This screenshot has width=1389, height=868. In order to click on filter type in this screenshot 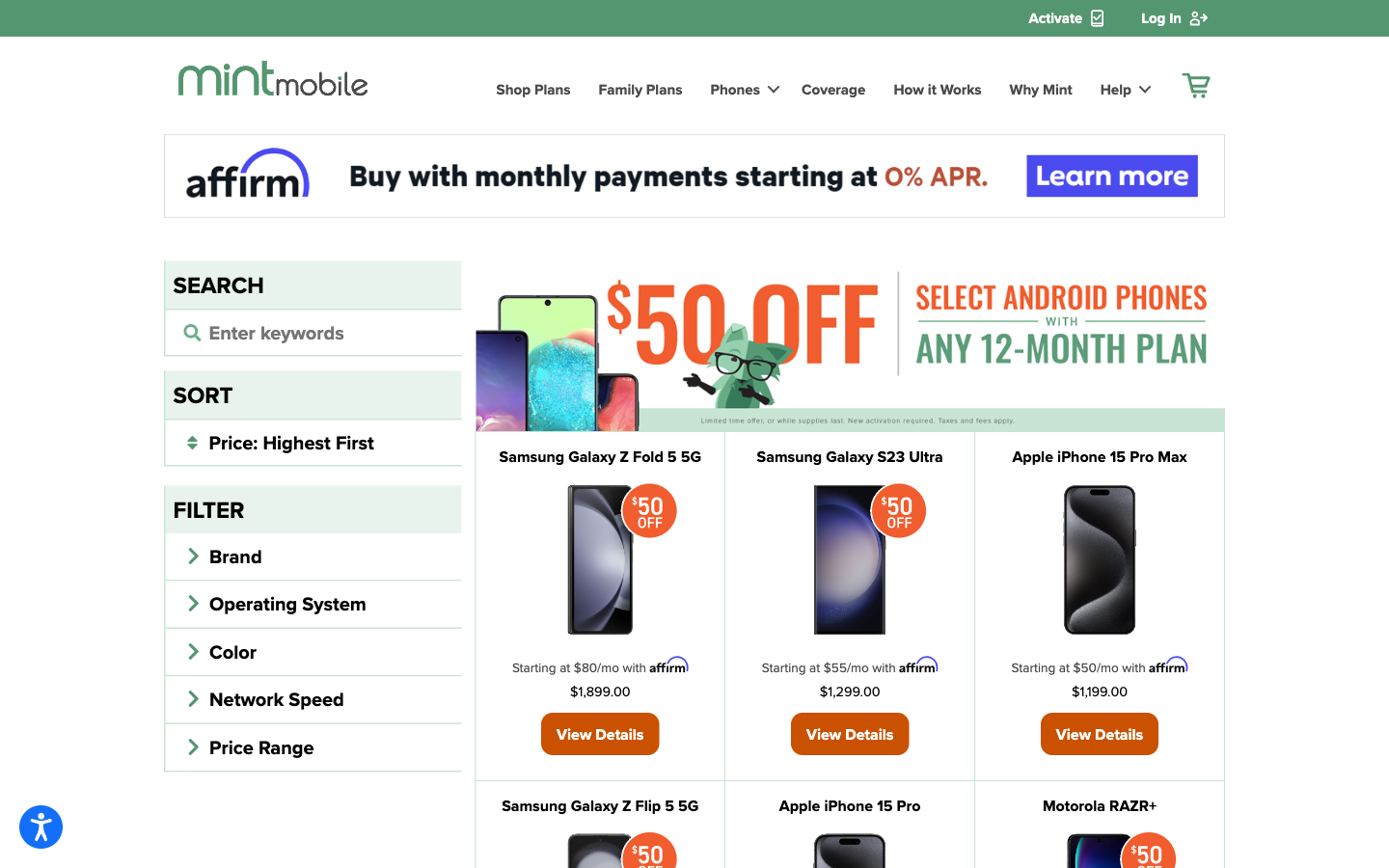, I will do `click(313, 441)`.